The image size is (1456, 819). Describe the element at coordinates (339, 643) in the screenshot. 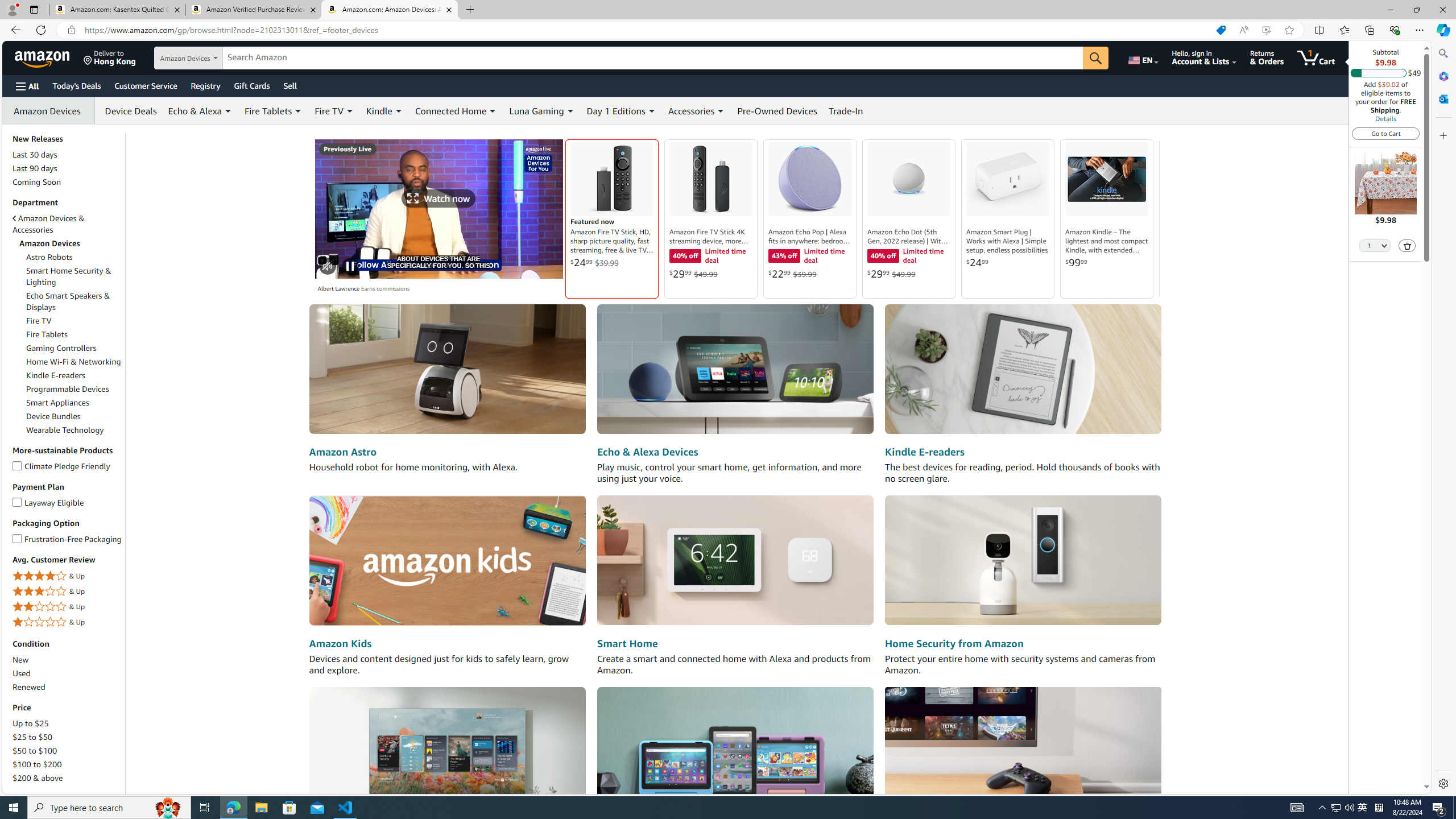

I see `'Amazon Kids'` at that location.